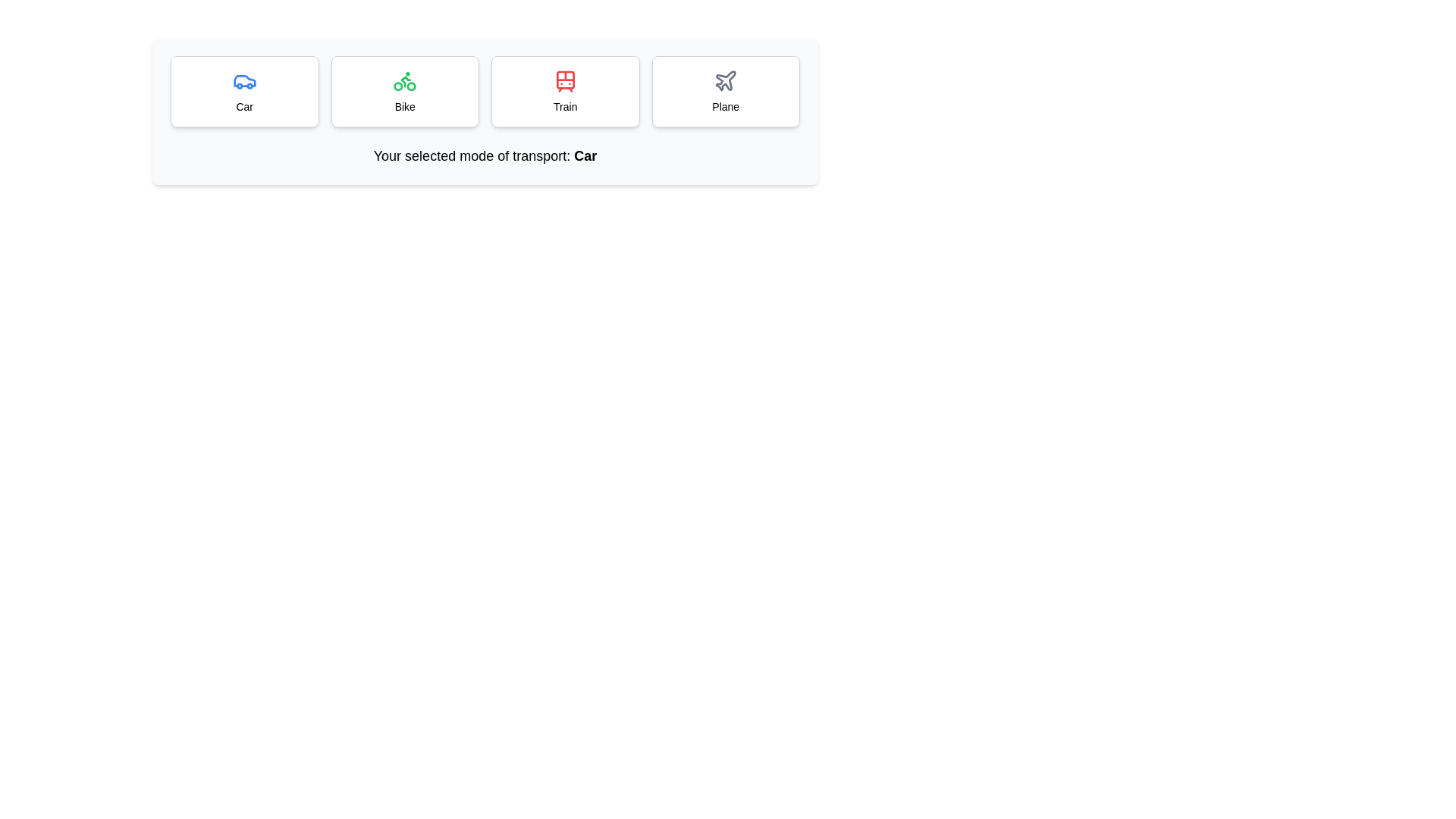 The width and height of the screenshot is (1456, 819). Describe the element at coordinates (725, 91) in the screenshot. I see `the 'Plane' button located in the fourth column of a grid, aligned with 'Car', 'Bike', and 'Train' in the top row` at that location.